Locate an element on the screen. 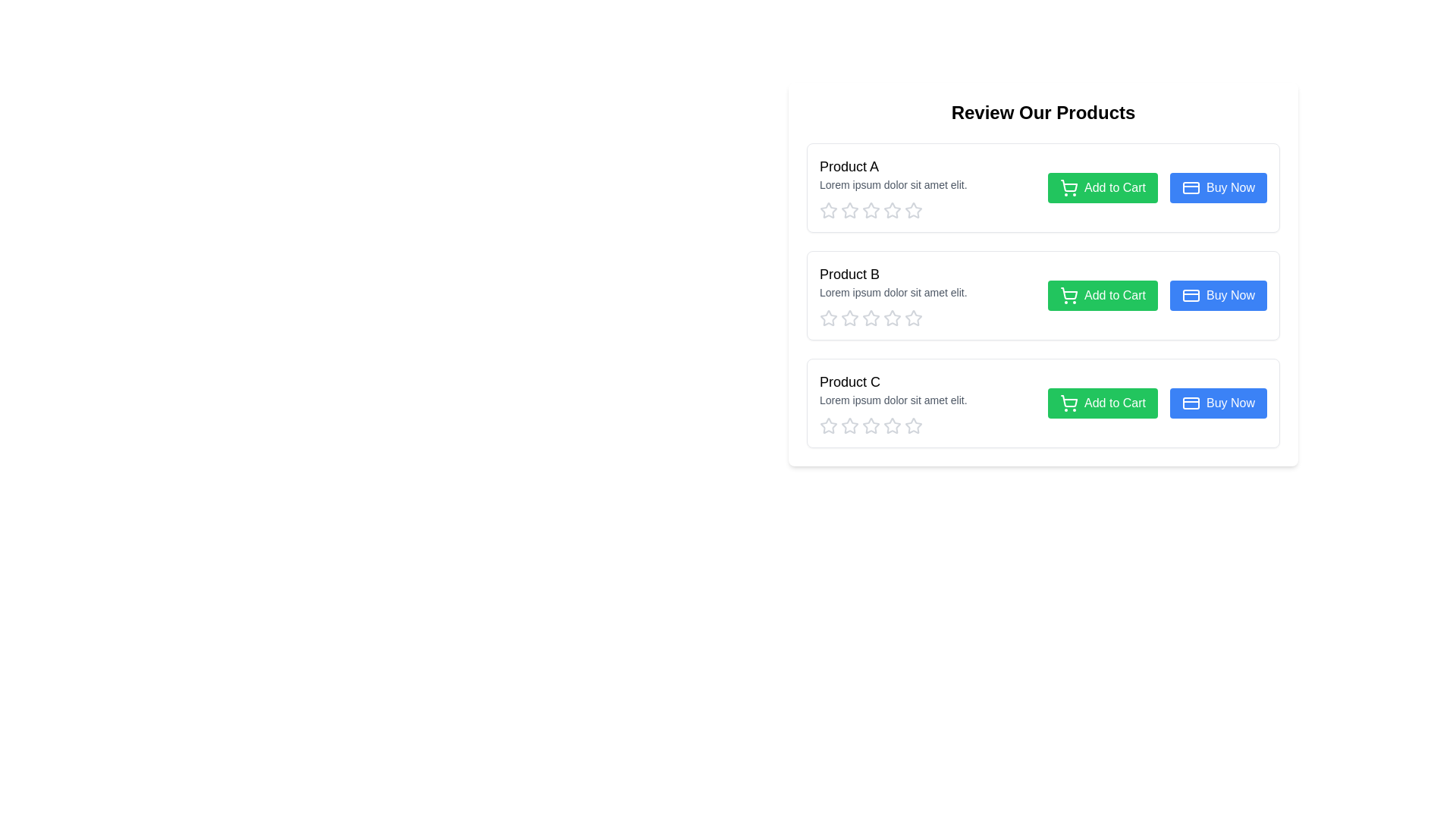 The width and height of the screenshot is (1456, 819). the fourth star icon under 'Product A' to rate the item is located at coordinates (912, 210).